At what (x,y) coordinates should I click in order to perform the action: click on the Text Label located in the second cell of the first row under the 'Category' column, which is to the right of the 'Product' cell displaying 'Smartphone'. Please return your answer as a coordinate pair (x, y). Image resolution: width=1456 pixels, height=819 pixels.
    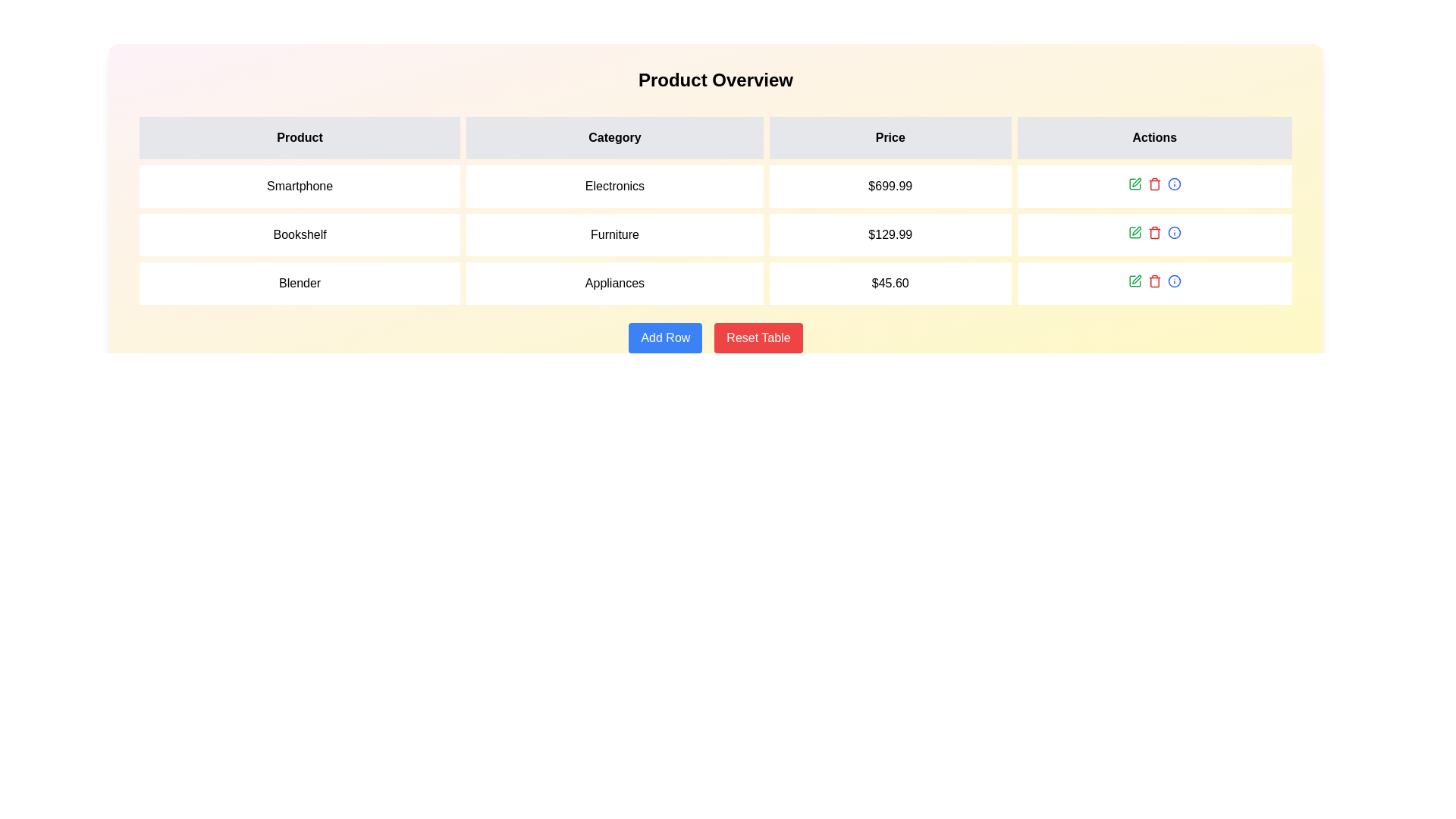
    Looking at the image, I should click on (615, 186).